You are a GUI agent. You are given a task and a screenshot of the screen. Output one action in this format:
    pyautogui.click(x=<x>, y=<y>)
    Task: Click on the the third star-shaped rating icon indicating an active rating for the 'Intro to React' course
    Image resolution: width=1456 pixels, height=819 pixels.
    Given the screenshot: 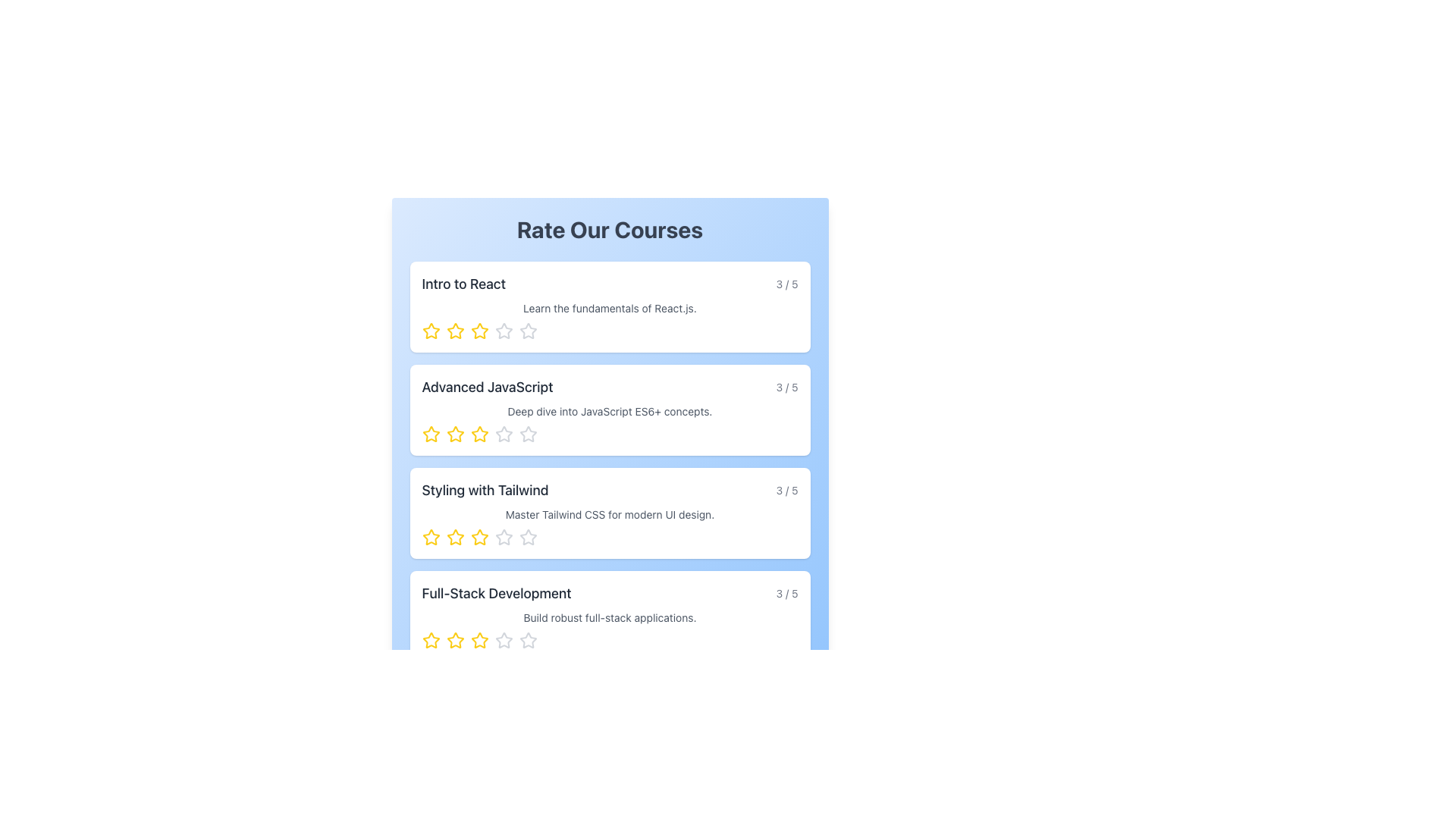 What is the action you would take?
    pyautogui.click(x=479, y=330)
    